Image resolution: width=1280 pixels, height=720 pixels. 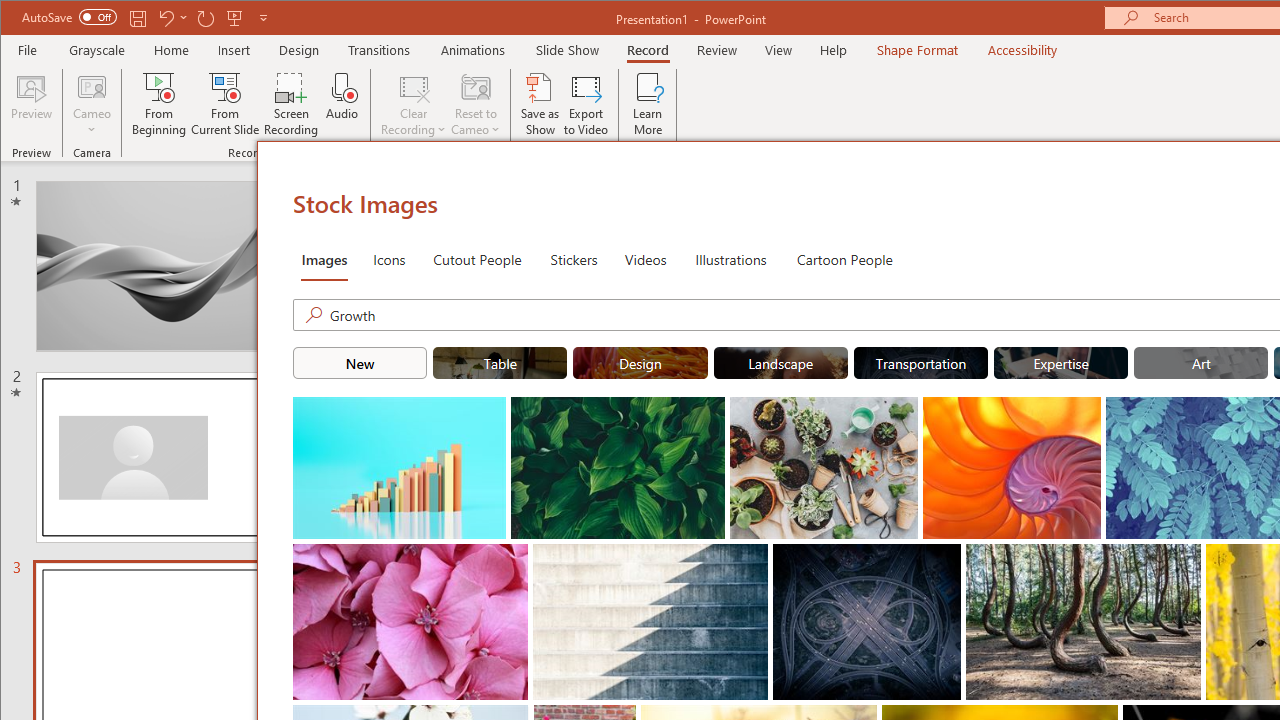 I want to click on 'View', so click(x=778, y=49).